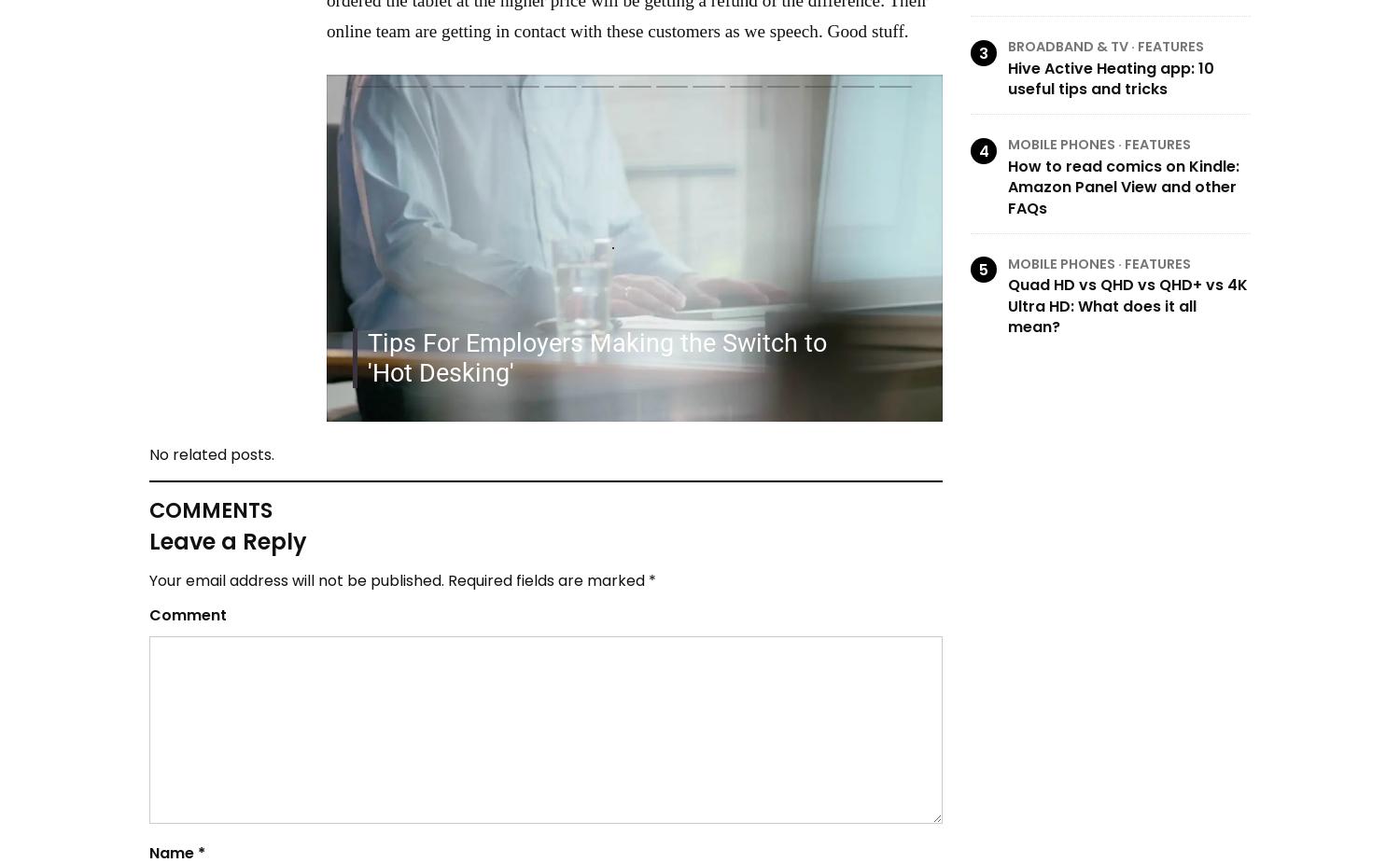 Image resolution: width=1400 pixels, height=863 pixels. I want to click on 'Your email address will not be published.', so click(296, 580).